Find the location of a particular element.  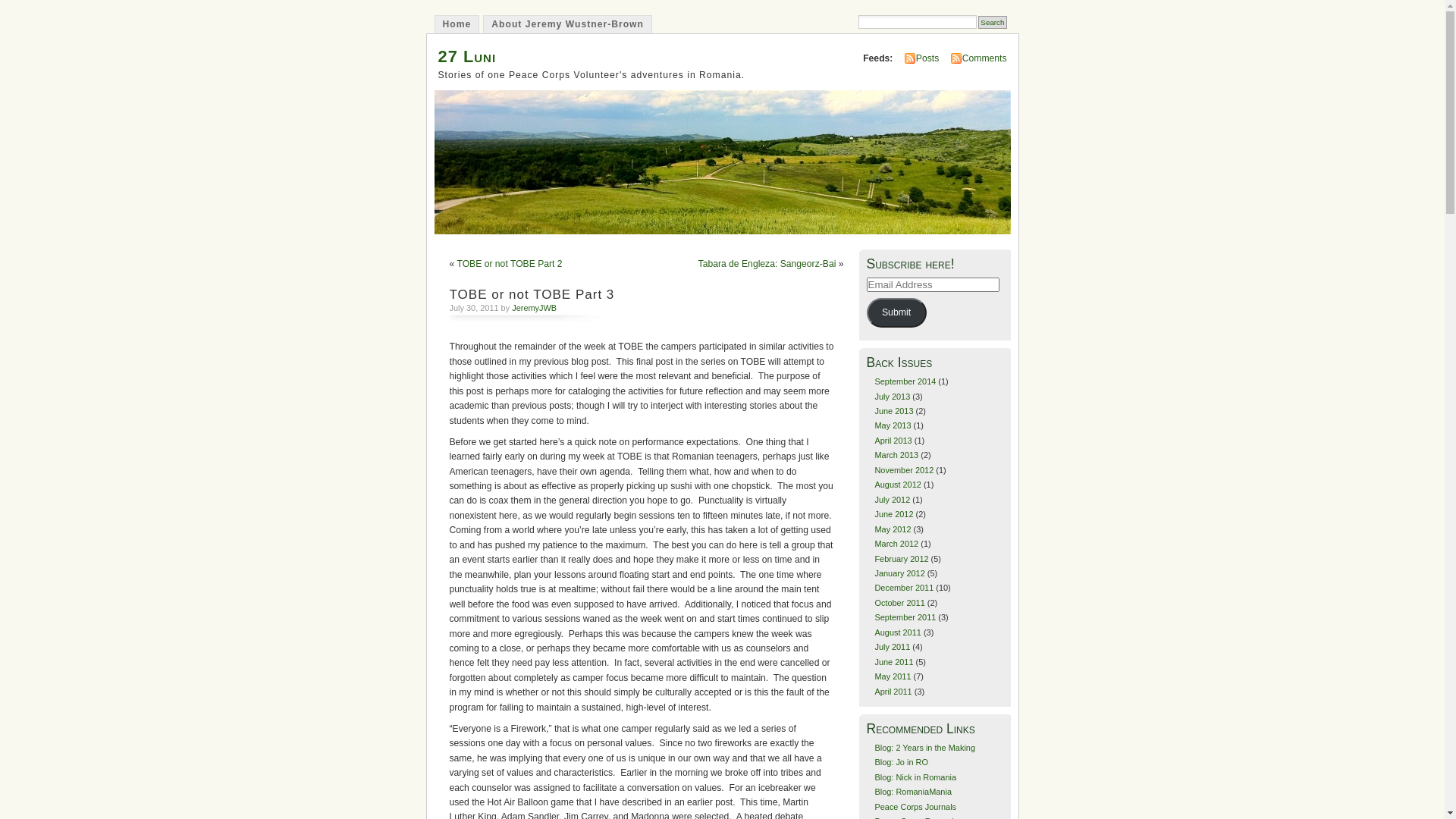

'August 2011' is located at coordinates (897, 632).